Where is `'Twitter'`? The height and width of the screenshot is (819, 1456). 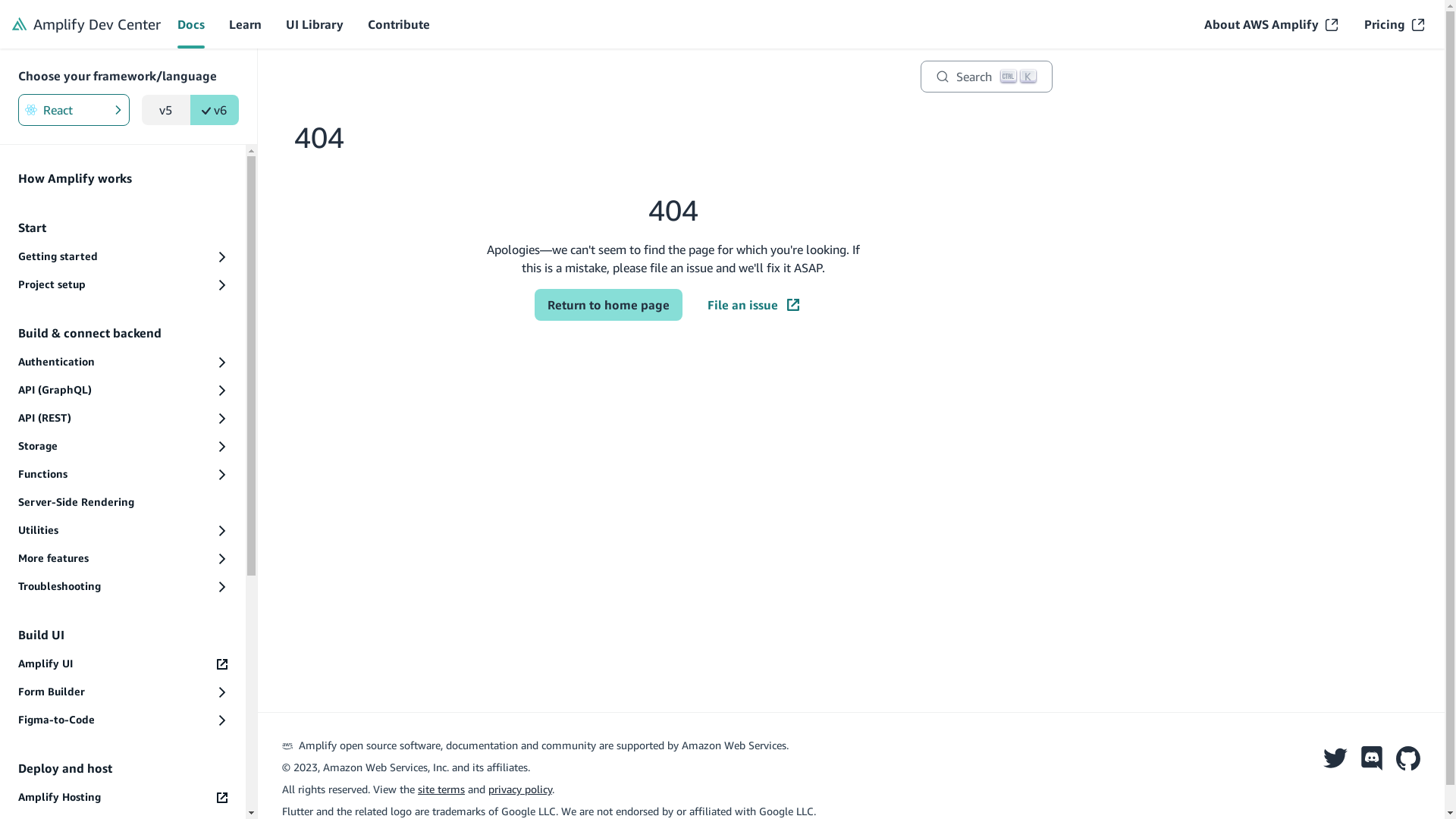
'Twitter' is located at coordinates (1323, 755).